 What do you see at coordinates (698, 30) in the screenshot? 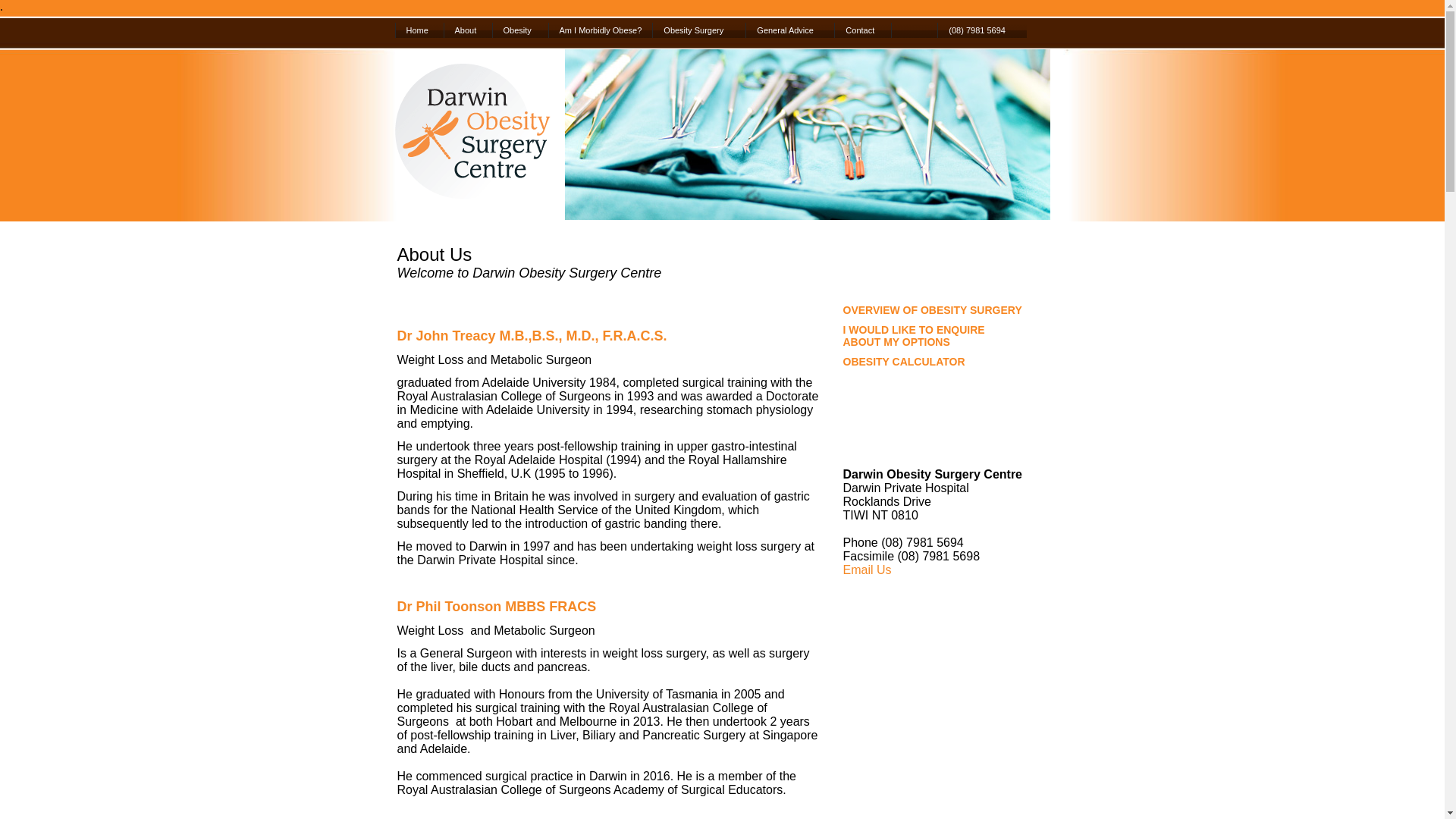
I see `'Obesity Surgery'` at bounding box center [698, 30].